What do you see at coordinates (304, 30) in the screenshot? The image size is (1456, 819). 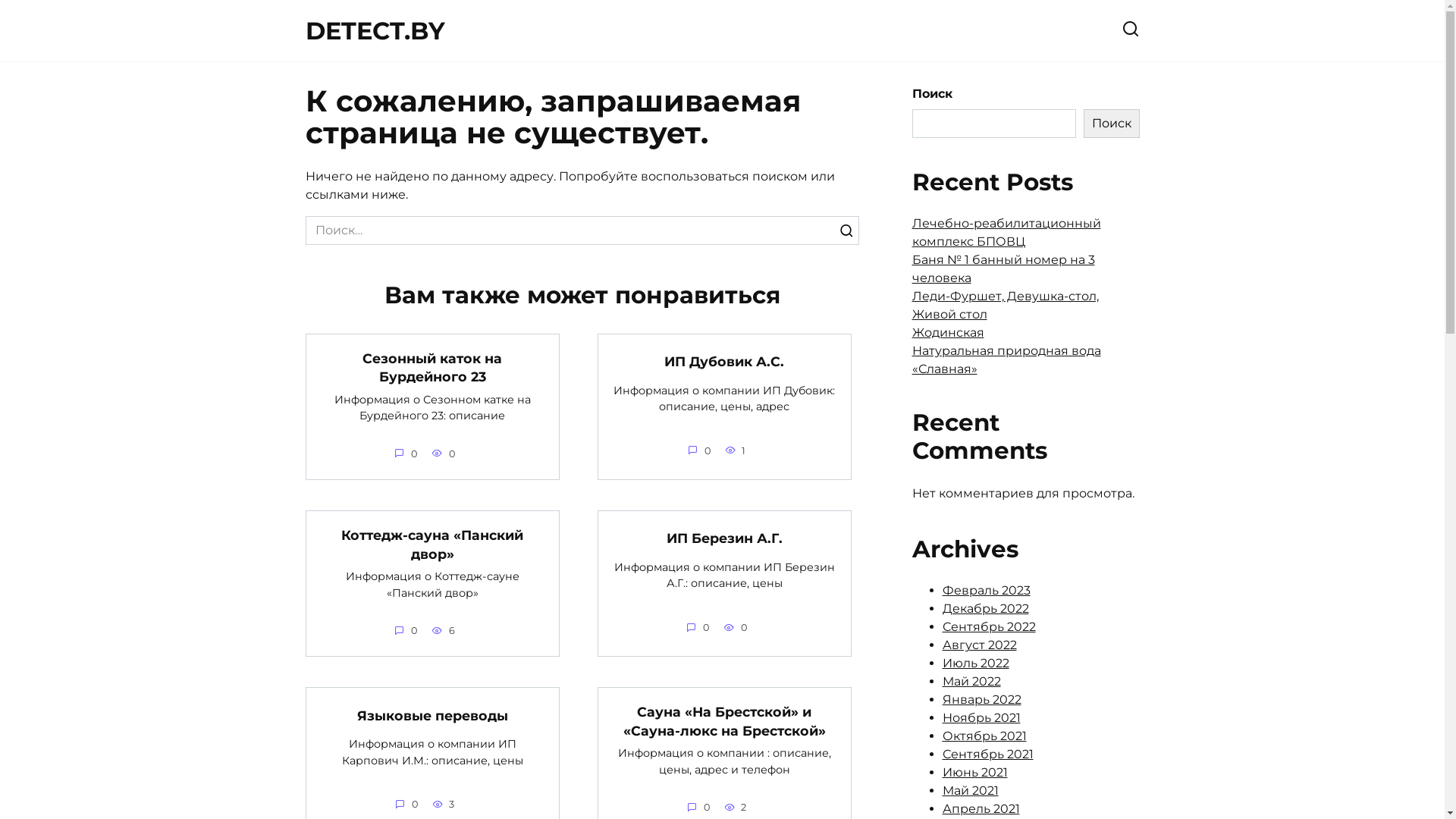 I see `'DETECT.BY'` at bounding box center [304, 30].